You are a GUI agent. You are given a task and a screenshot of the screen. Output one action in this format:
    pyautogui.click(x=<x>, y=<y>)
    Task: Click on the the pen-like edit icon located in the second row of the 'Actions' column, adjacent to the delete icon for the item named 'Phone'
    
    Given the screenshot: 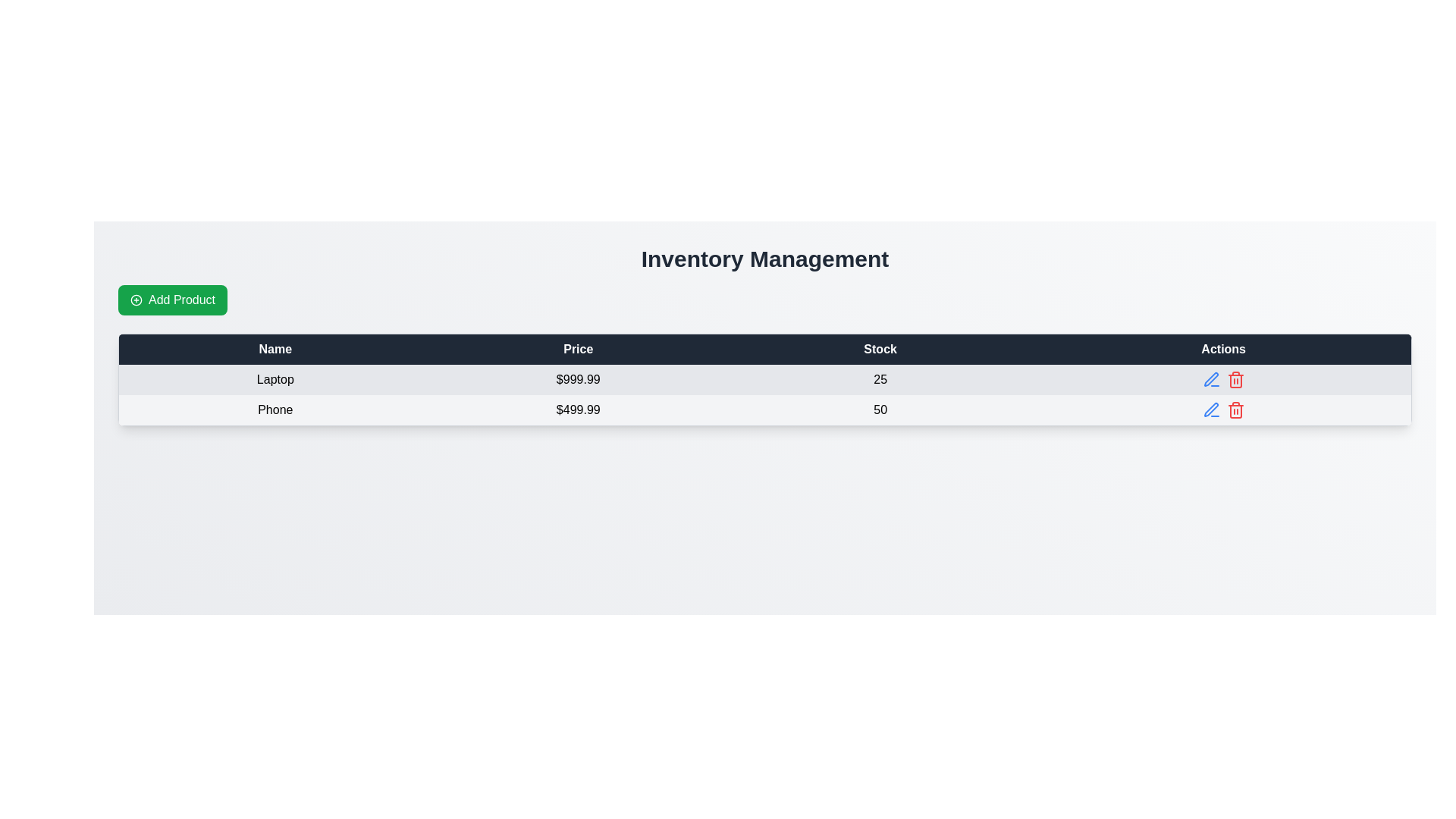 What is the action you would take?
    pyautogui.click(x=1210, y=378)
    